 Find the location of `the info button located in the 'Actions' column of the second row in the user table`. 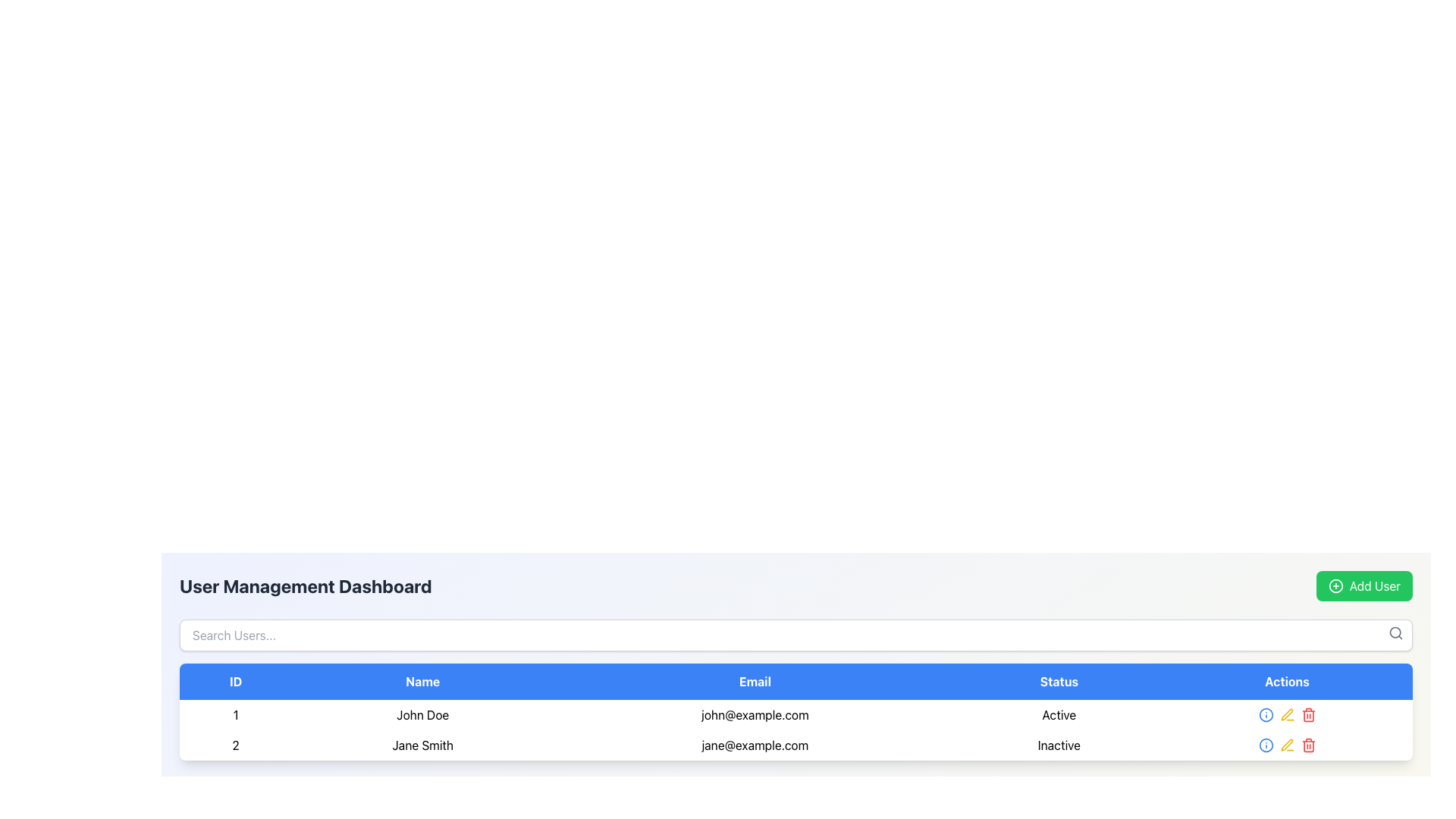

the info button located in the 'Actions' column of the second row in the user table is located at coordinates (1266, 714).